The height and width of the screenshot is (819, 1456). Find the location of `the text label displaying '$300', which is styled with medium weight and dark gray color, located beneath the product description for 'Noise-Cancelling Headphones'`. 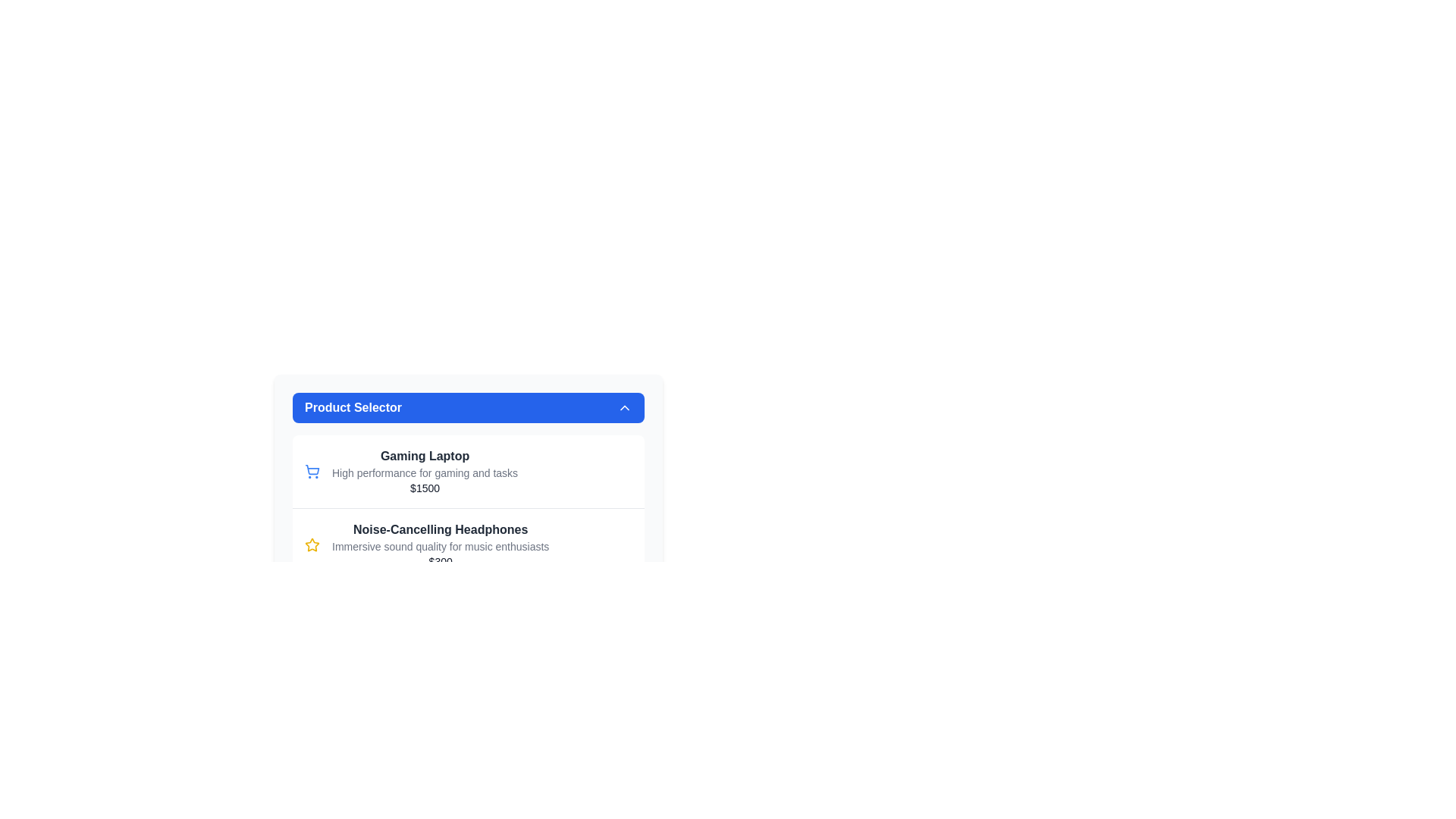

the text label displaying '$300', which is styled with medium weight and dark gray color, located beneath the product description for 'Noise-Cancelling Headphones' is located at coordinates (440, 561).